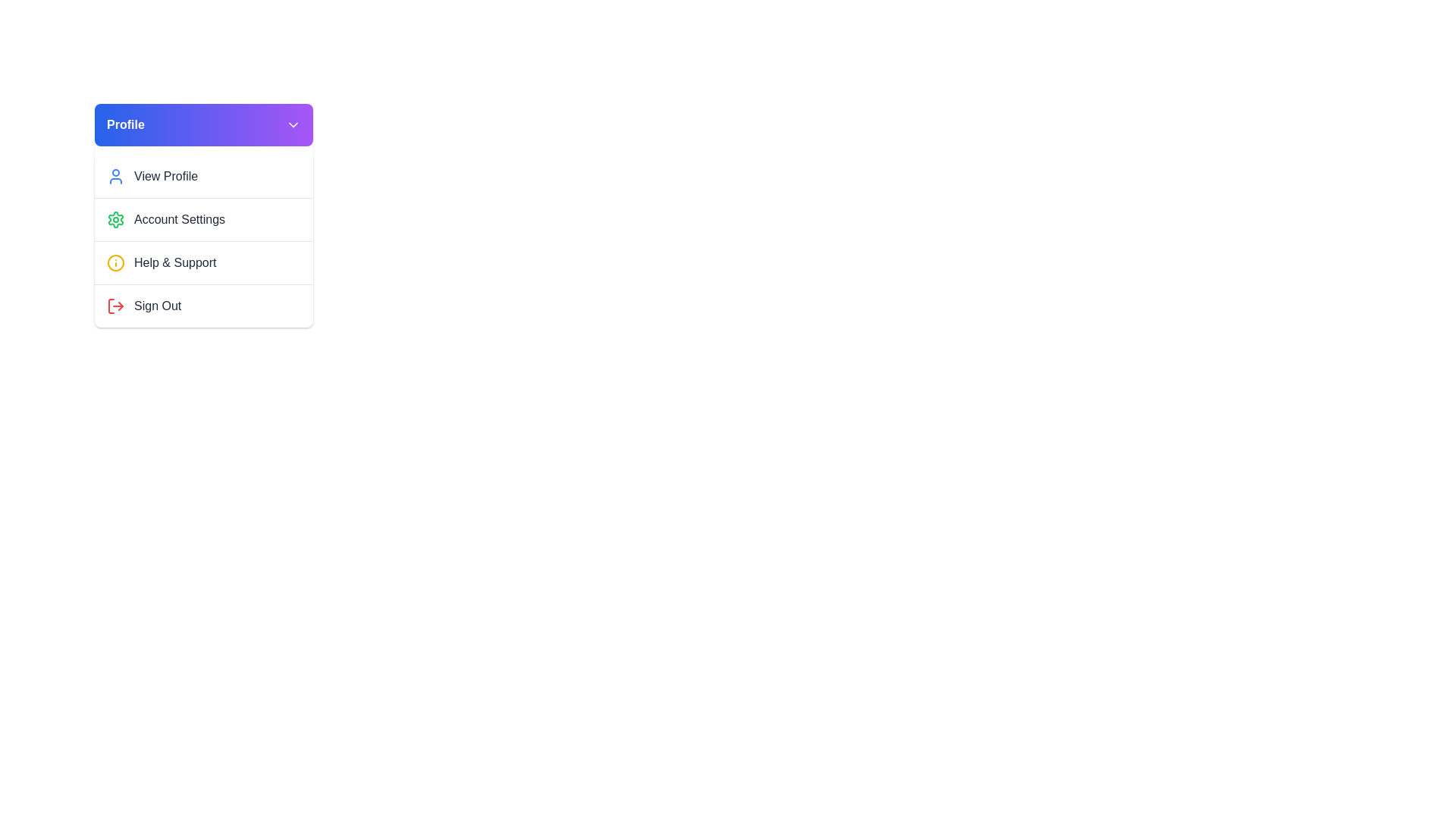 The image size is (1456, 819). What do you see at coordinates (202, 262) in the screenshot?
I see `the help and support button located as the third row in the dropdown menu beneath 'Account Settings' and above 'Sign Out'` at bounding box center [202, 262].